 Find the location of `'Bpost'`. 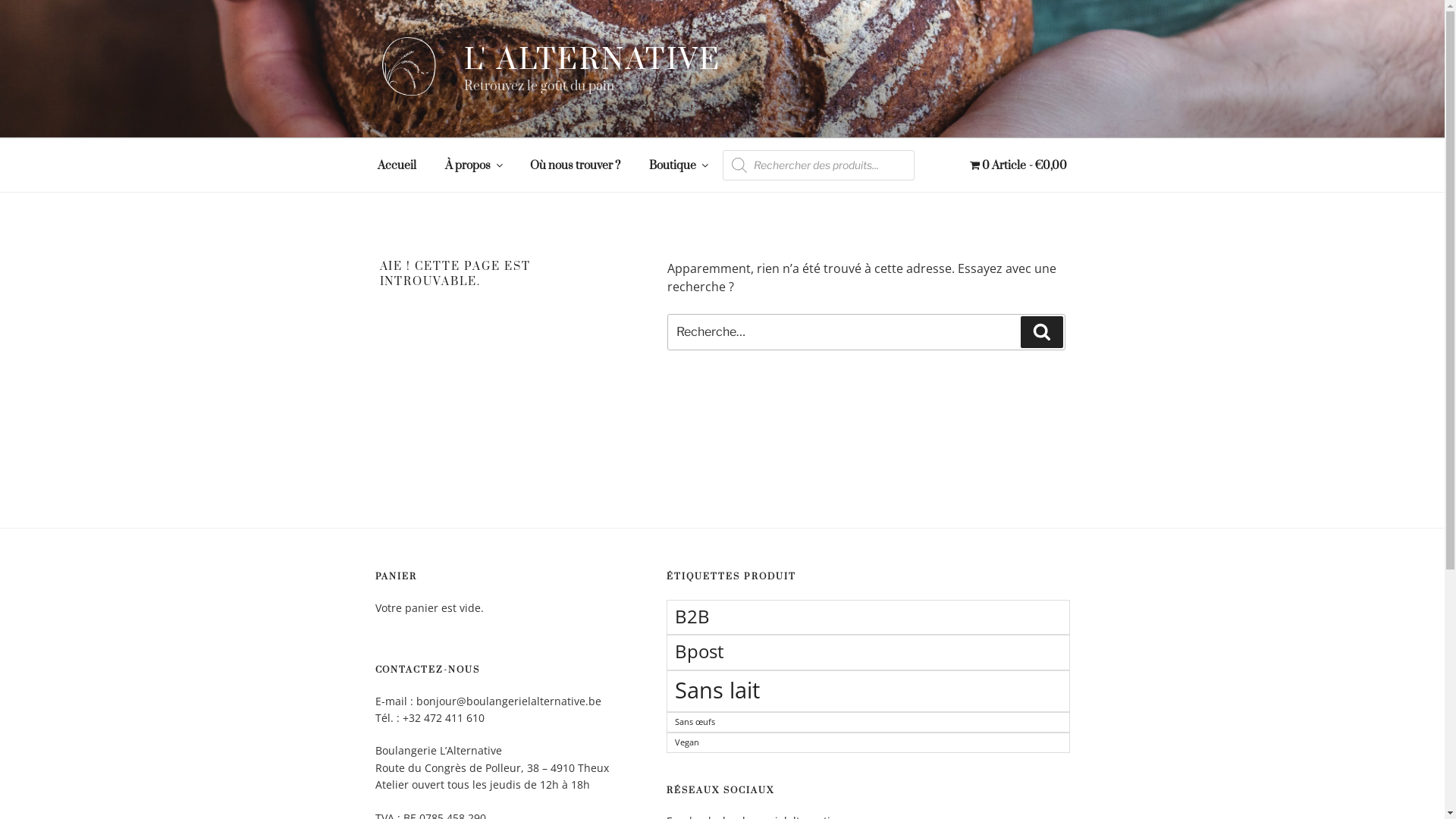

'Bpost' is located at coordinates (666, 651).